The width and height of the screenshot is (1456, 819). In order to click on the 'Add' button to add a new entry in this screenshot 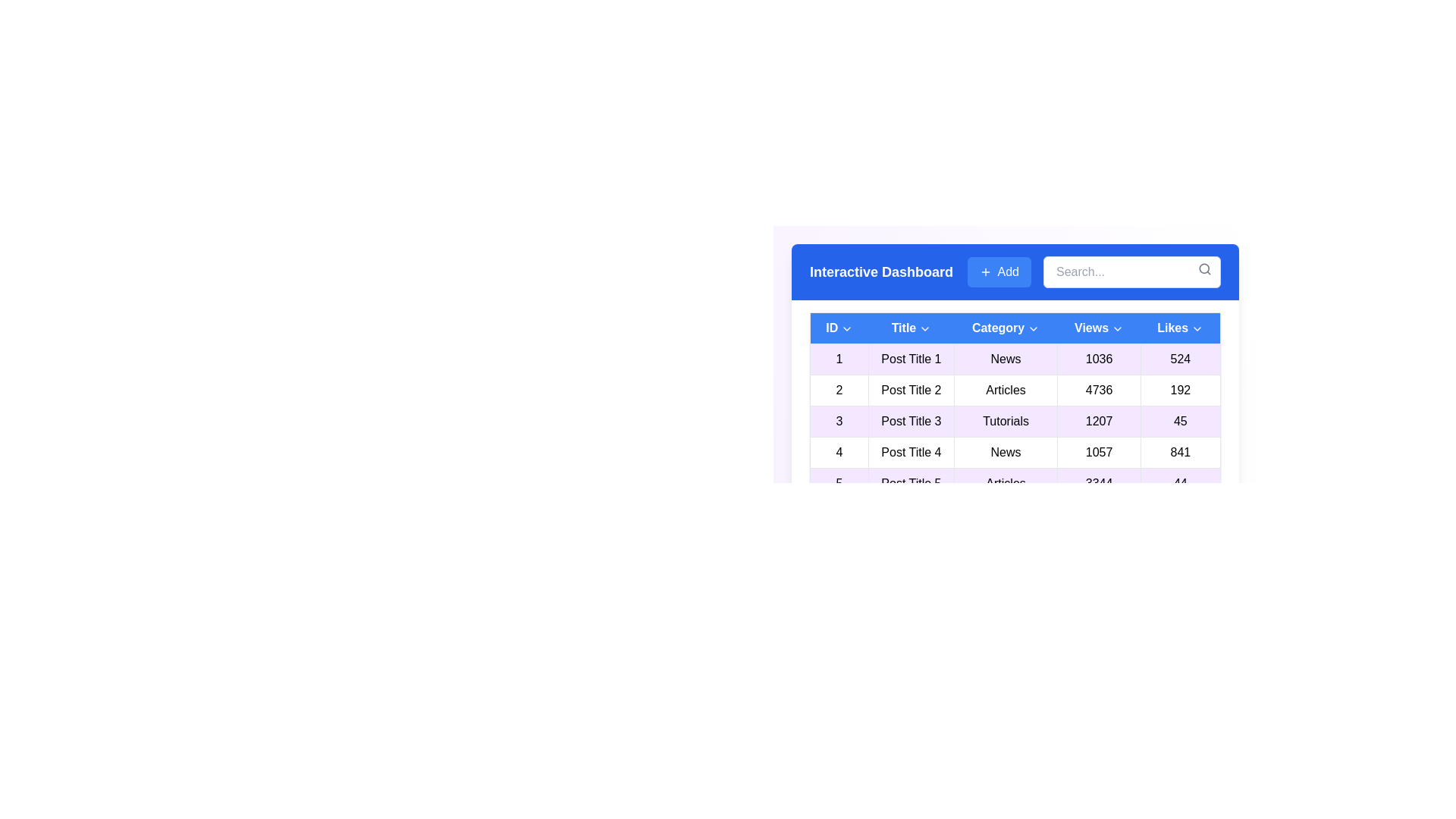, I will do `click(999, 271)`.